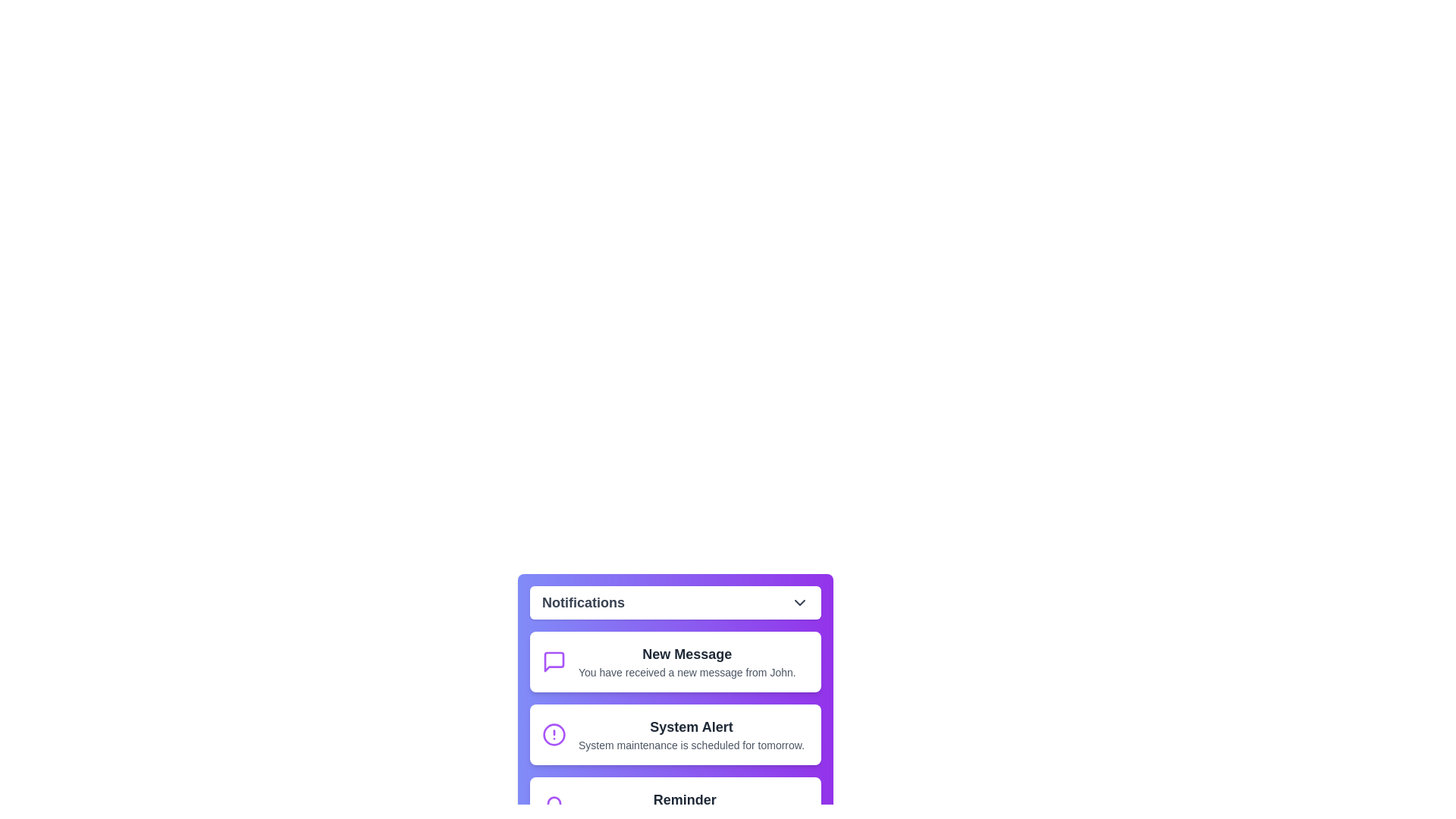  I want to click on the notification item with title System Alert, so click(675, 733).